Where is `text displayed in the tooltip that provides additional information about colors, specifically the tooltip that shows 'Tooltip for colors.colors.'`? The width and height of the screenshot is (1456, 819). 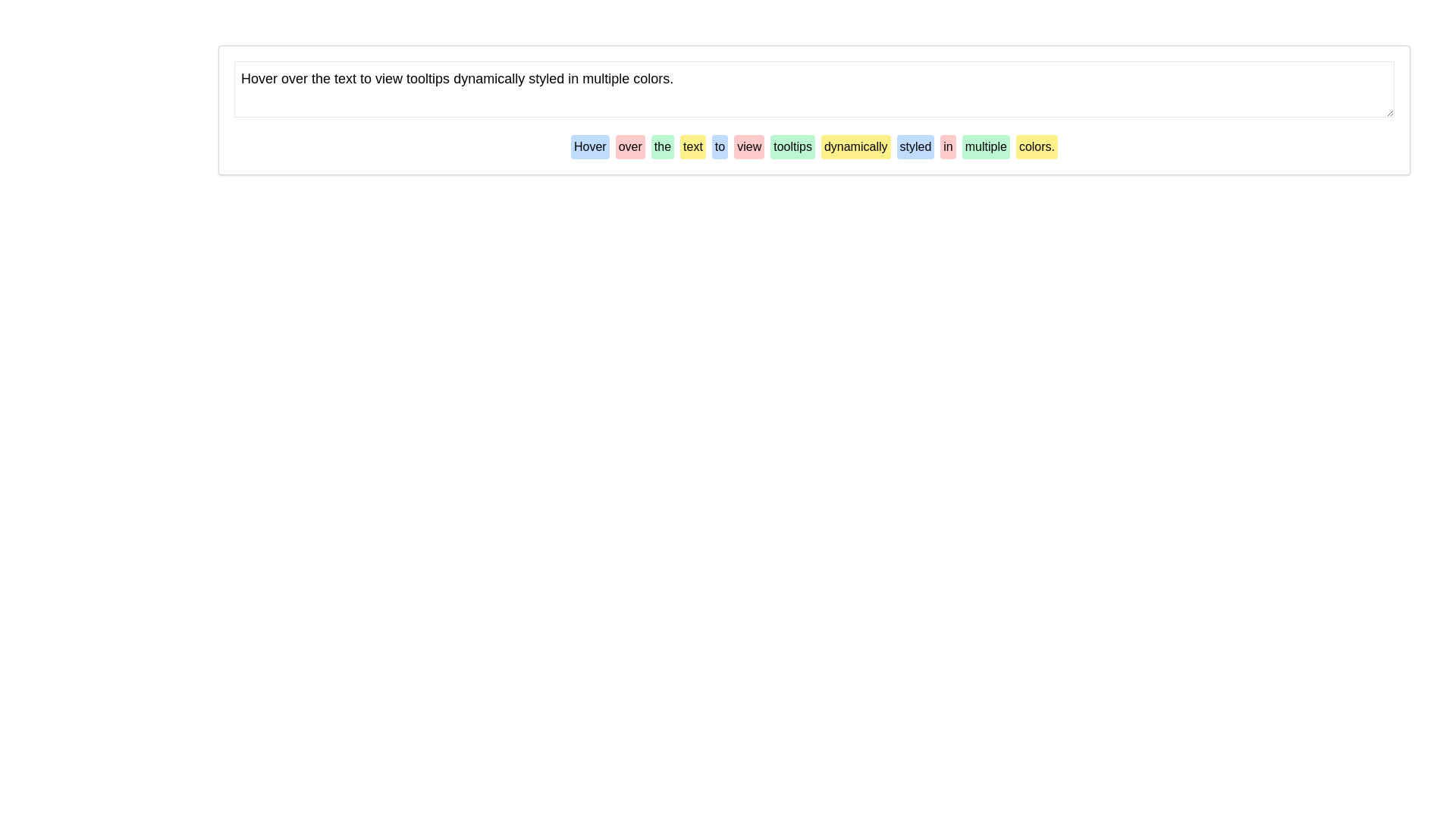 text displayed in the tooltip that provides additional information about colors, specifically the tooltip that shows 'Tooltip for colors.colors.' is located at coordinates (1036, 146).